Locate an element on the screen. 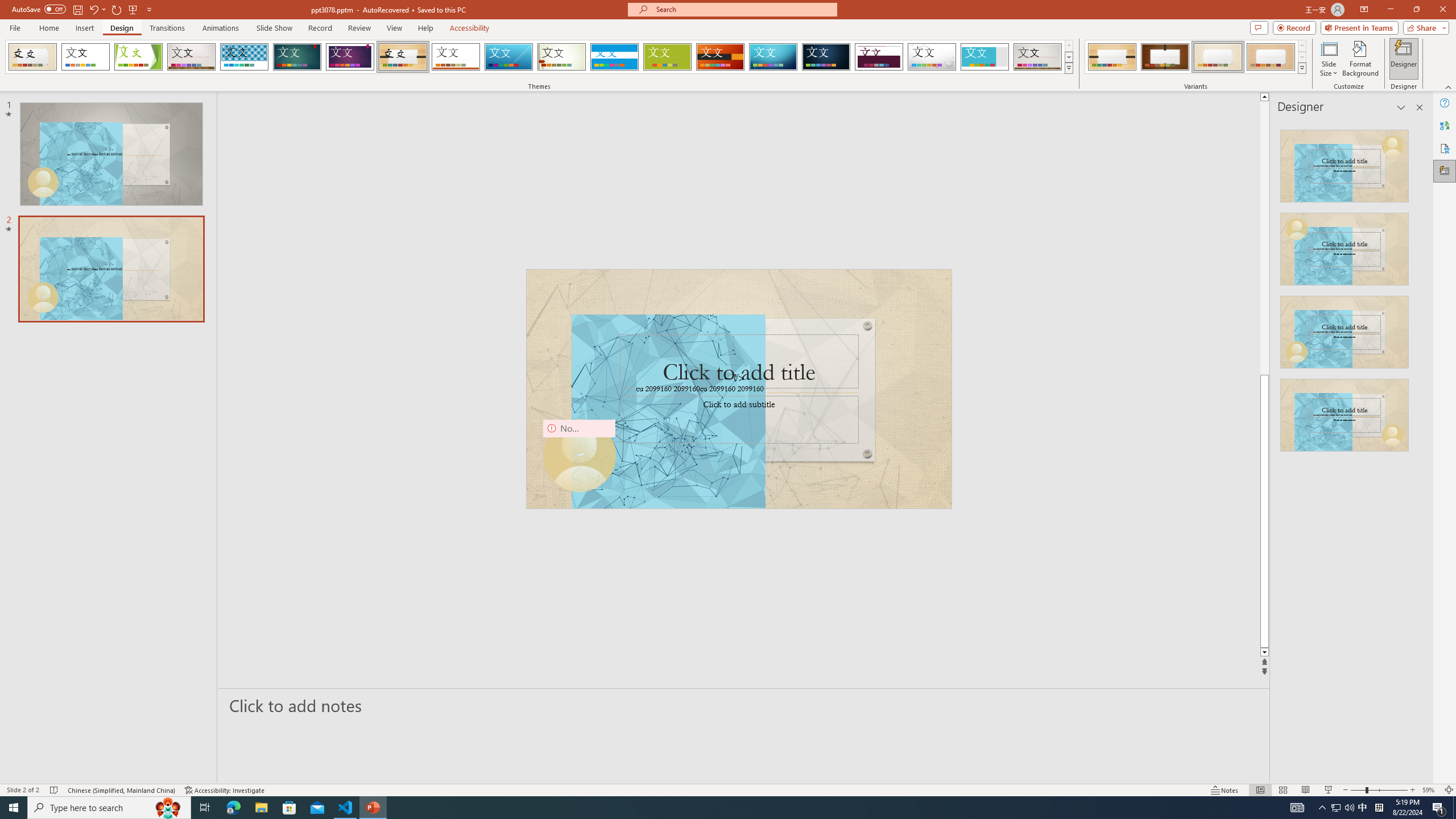 The image size is (1456, 819). 'Organic Variant 2' is located at coordinates (1164, 56).